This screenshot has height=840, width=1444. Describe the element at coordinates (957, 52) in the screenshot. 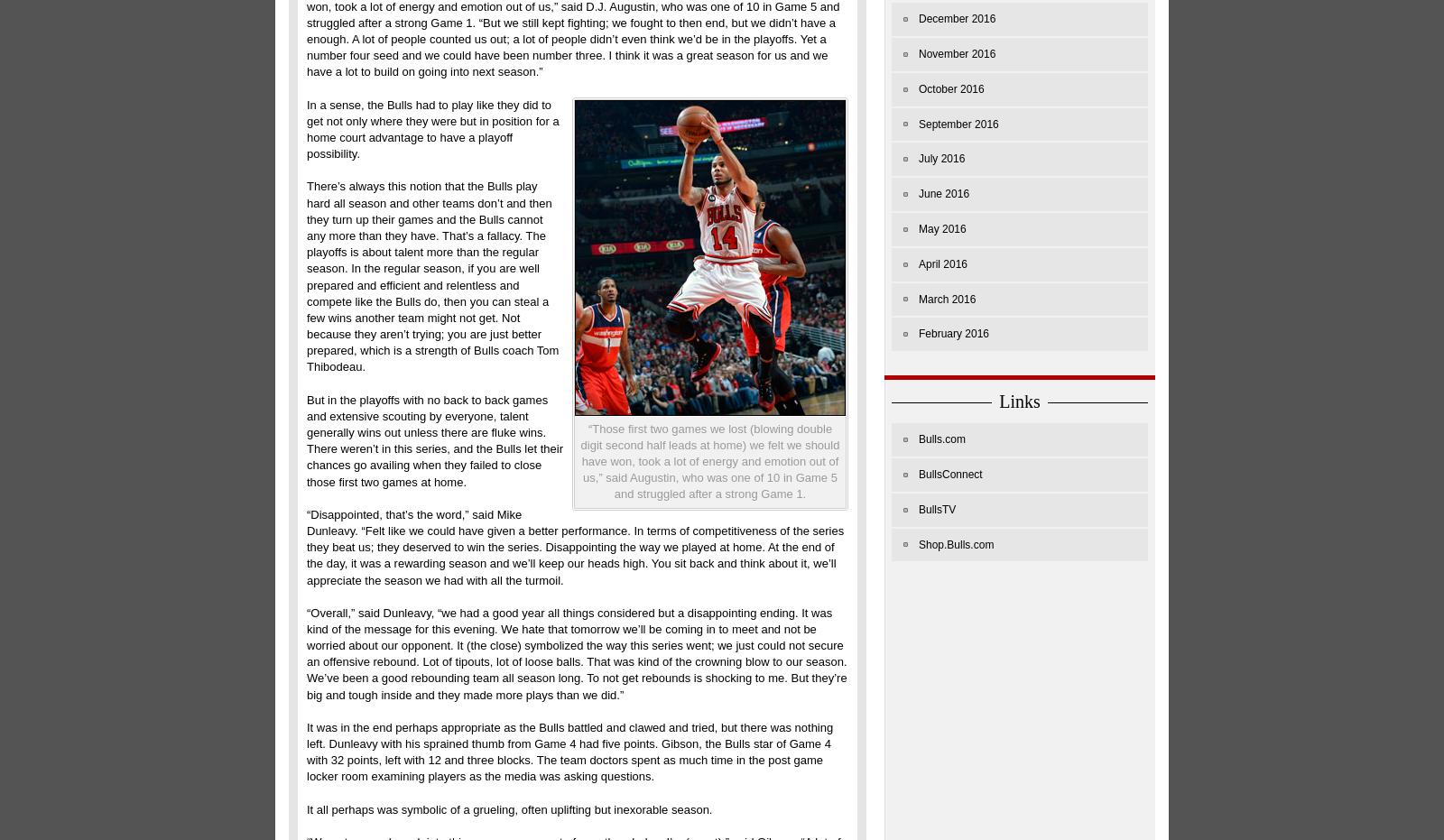

I see `'November 2016'` at that location.